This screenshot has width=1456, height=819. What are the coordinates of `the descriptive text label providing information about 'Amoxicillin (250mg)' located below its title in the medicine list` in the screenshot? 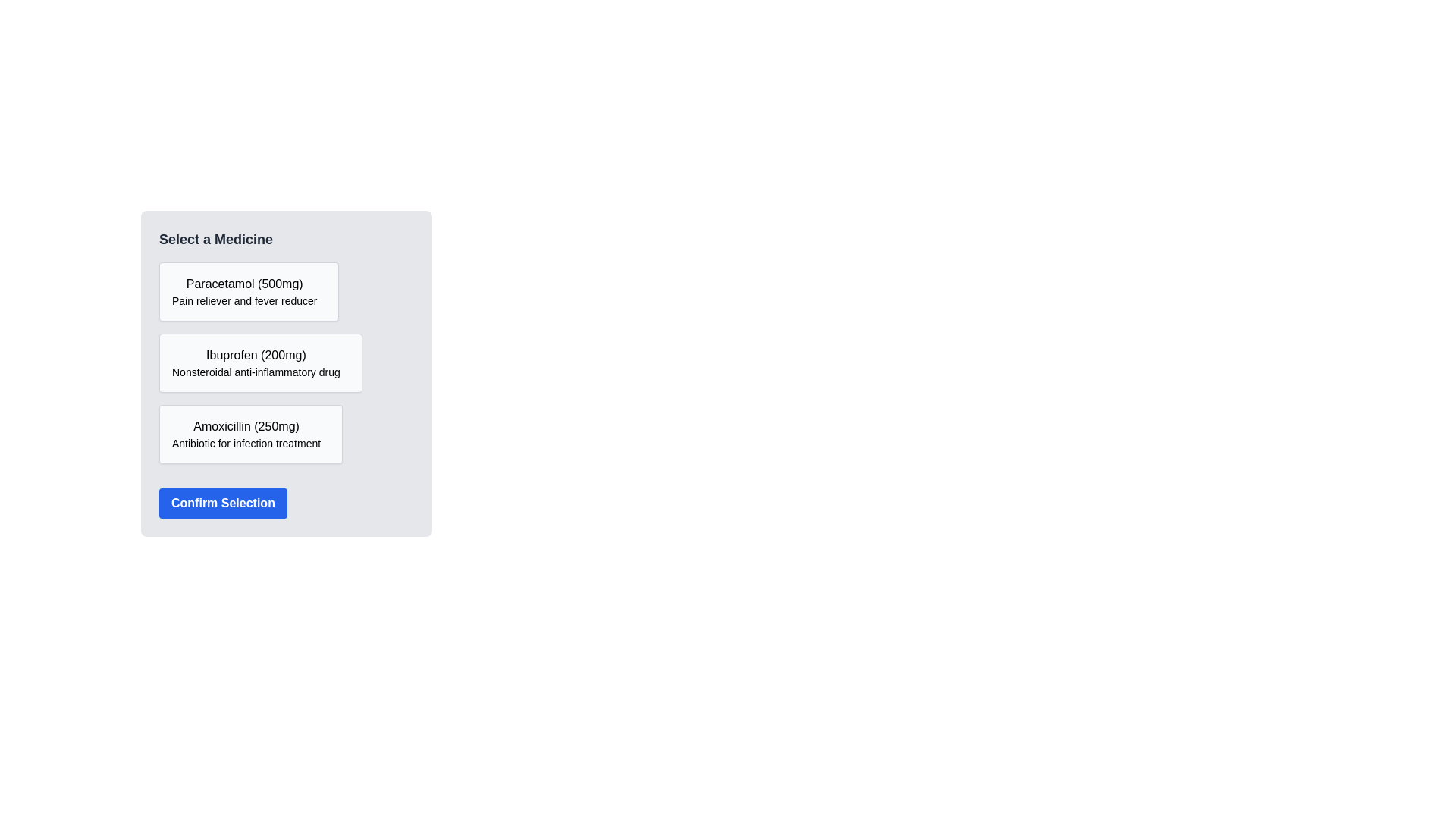 It's located at (246, 444).